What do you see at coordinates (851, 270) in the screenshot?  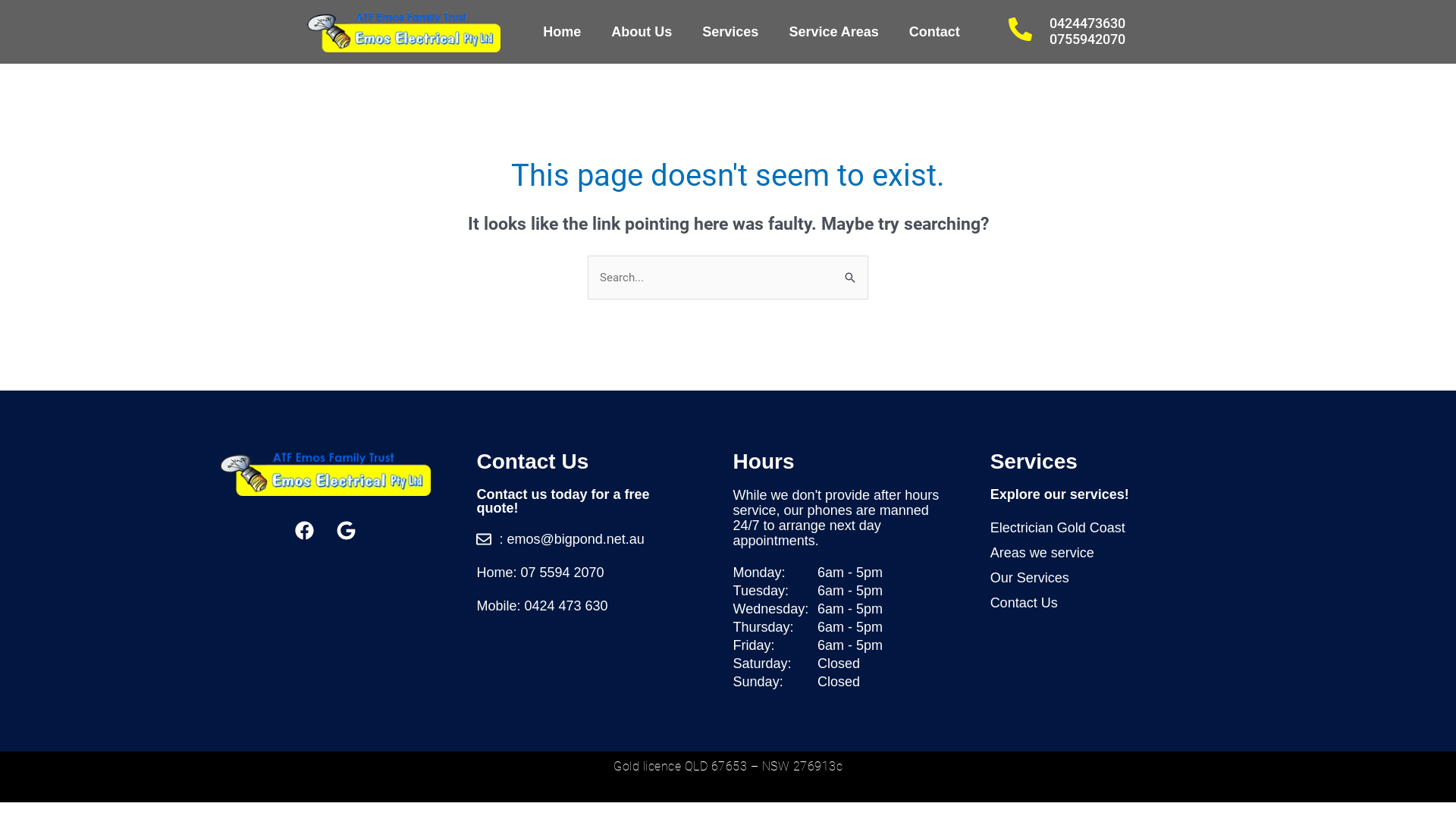 I see `'Search'` at bounding box center [851, 270].